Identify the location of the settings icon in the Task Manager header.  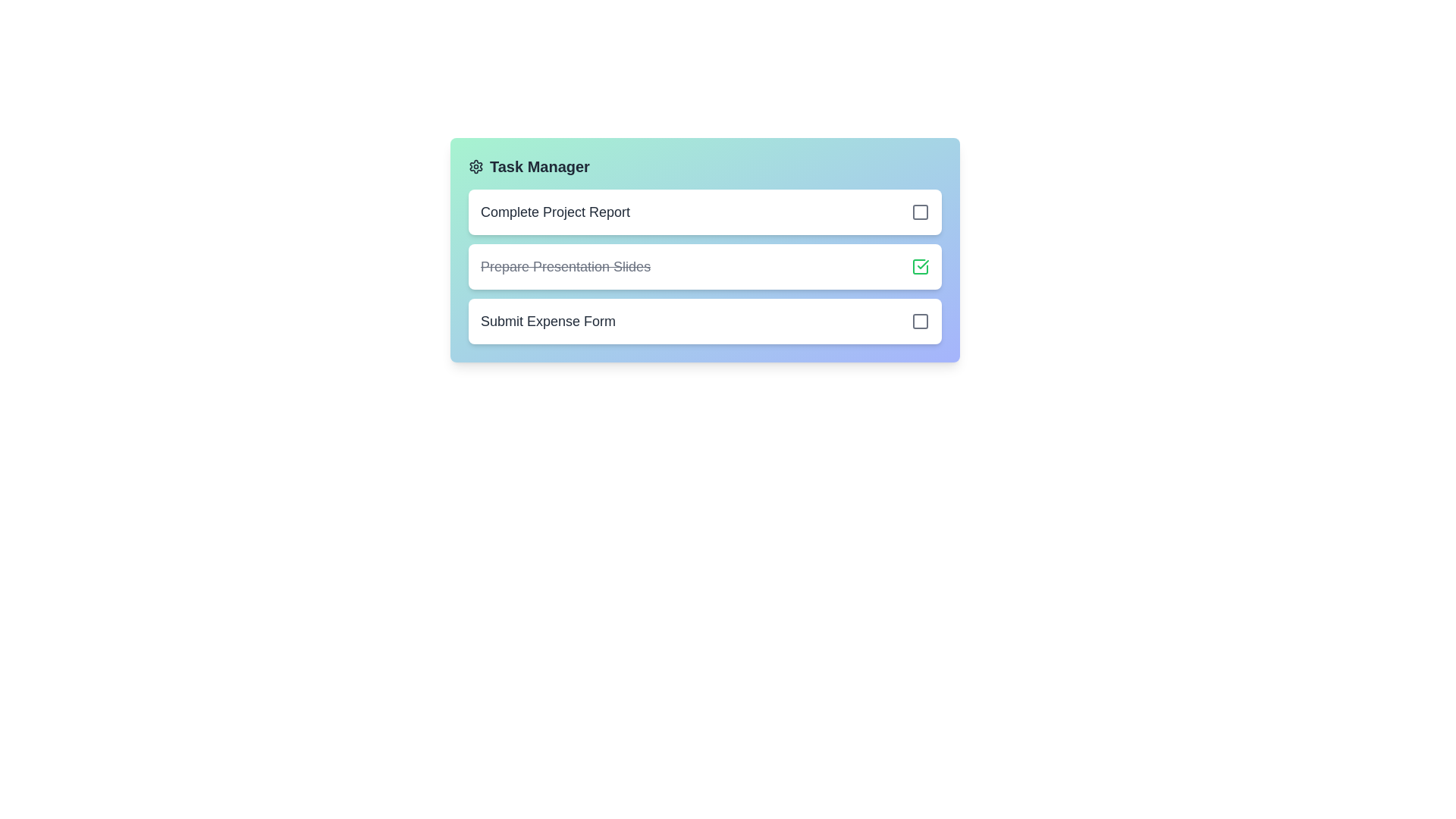
(475, 166).